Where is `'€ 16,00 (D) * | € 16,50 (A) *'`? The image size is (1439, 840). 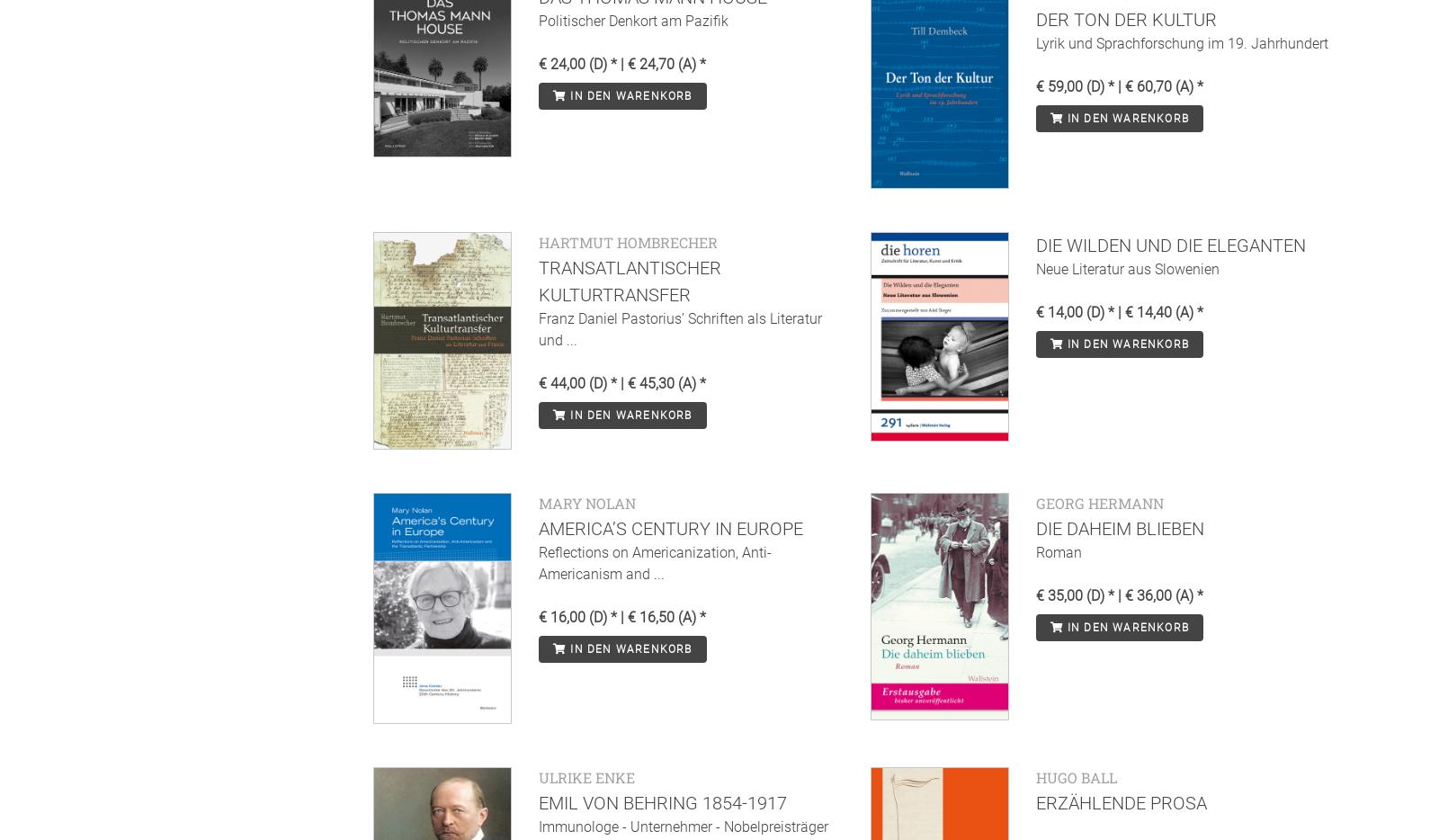 '€ 16,00 (D) * | € 16,50 (A) *' is located at coordinates (622, 615).